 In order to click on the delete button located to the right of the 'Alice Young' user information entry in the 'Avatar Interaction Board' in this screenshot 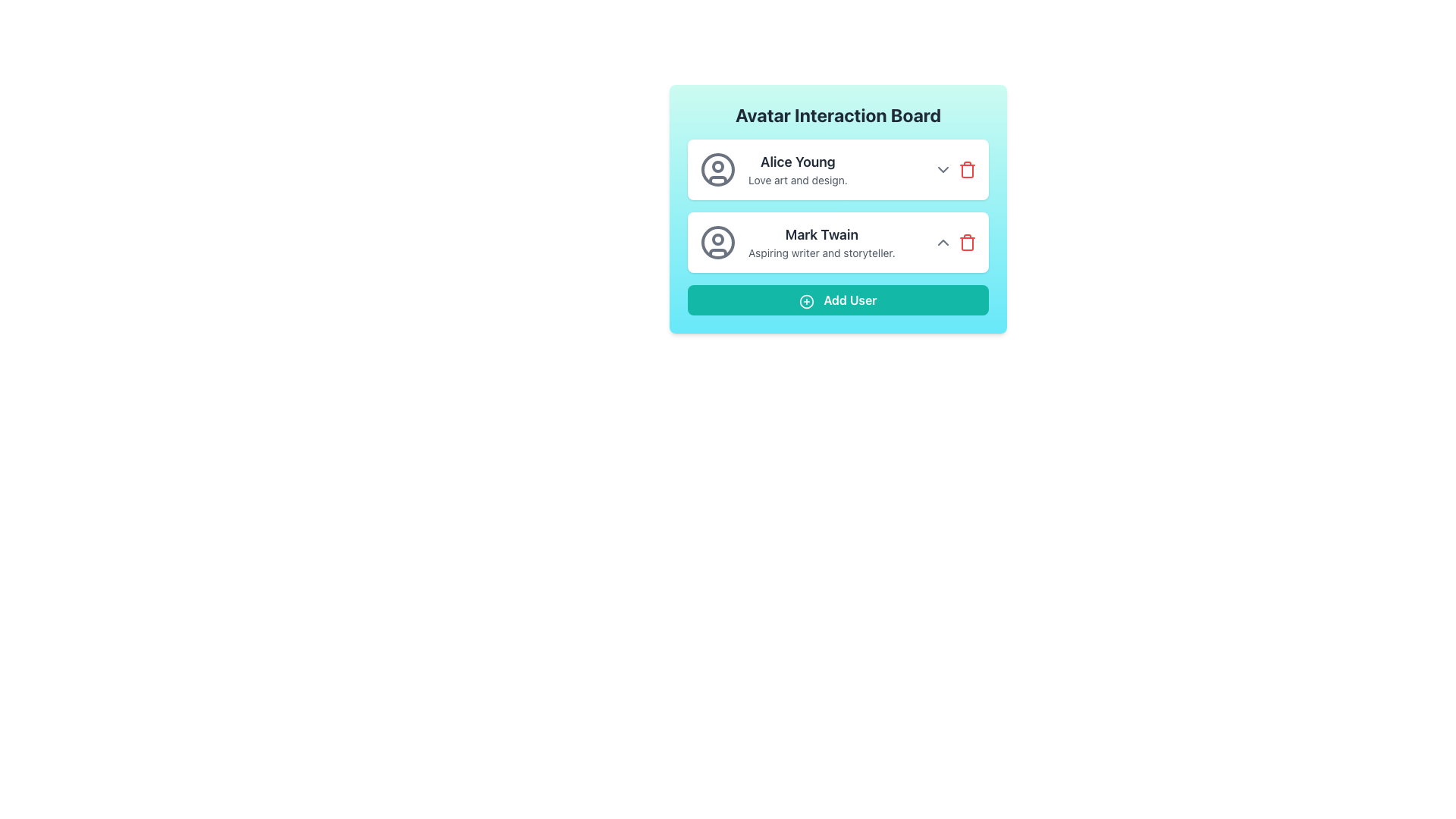, I will do `click(967, 171)`.